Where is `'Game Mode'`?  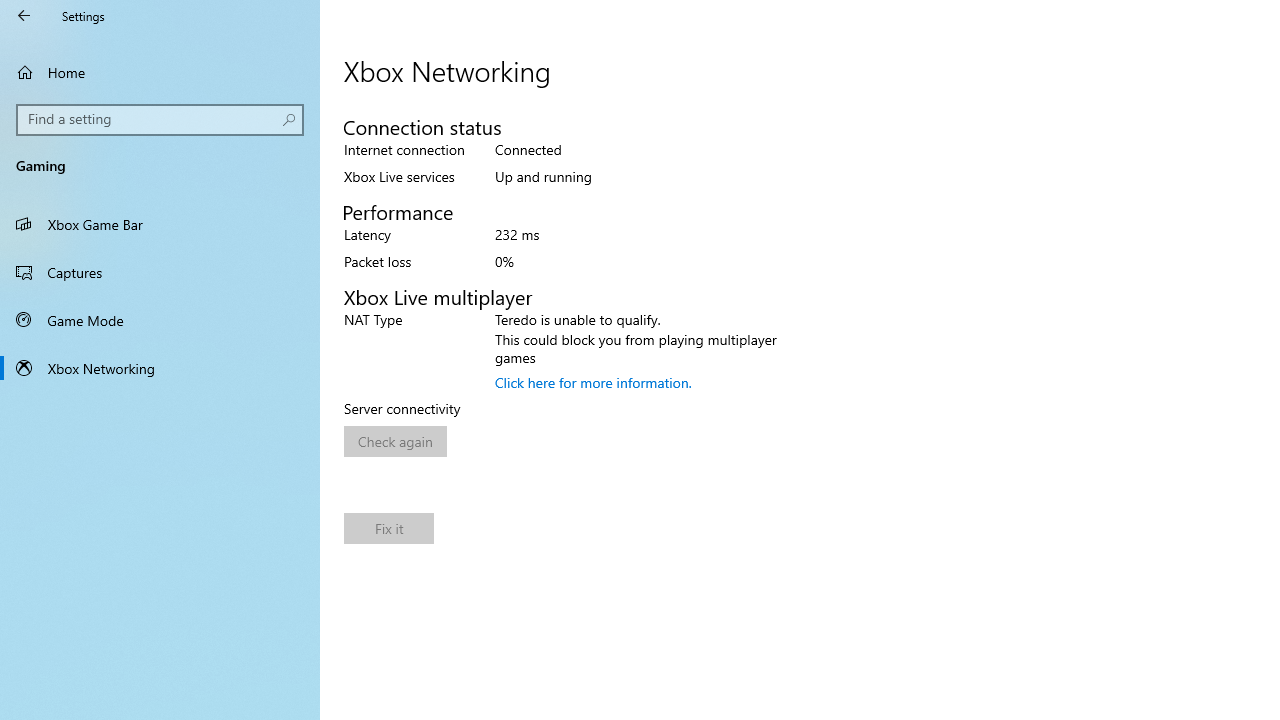 'Game Mode' is located at coordinates (160, 319).